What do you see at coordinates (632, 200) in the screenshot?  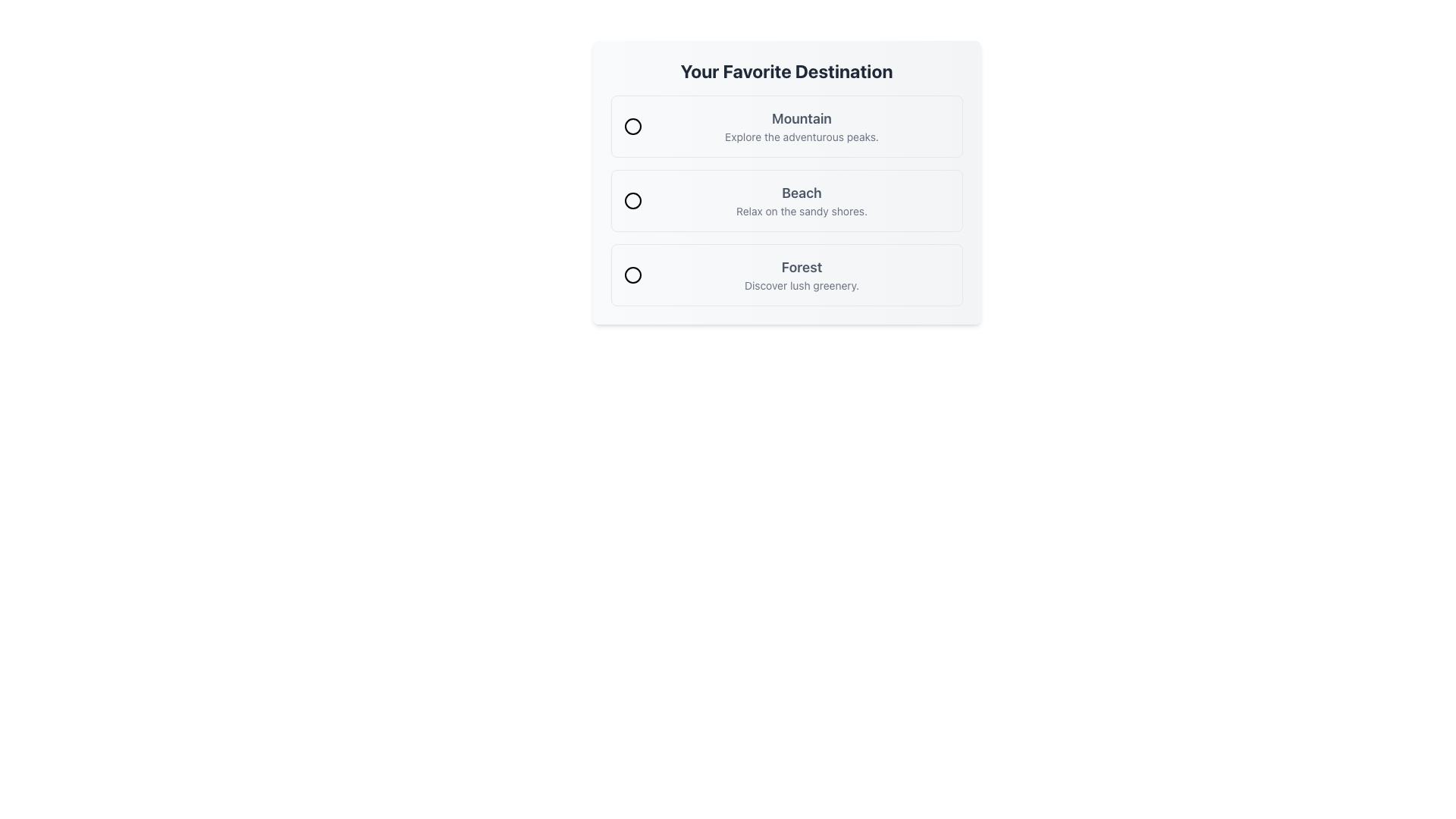 I see `the radio button located to the left of the text 'Beach' in the survey interface` at bounding box center [632, 200].